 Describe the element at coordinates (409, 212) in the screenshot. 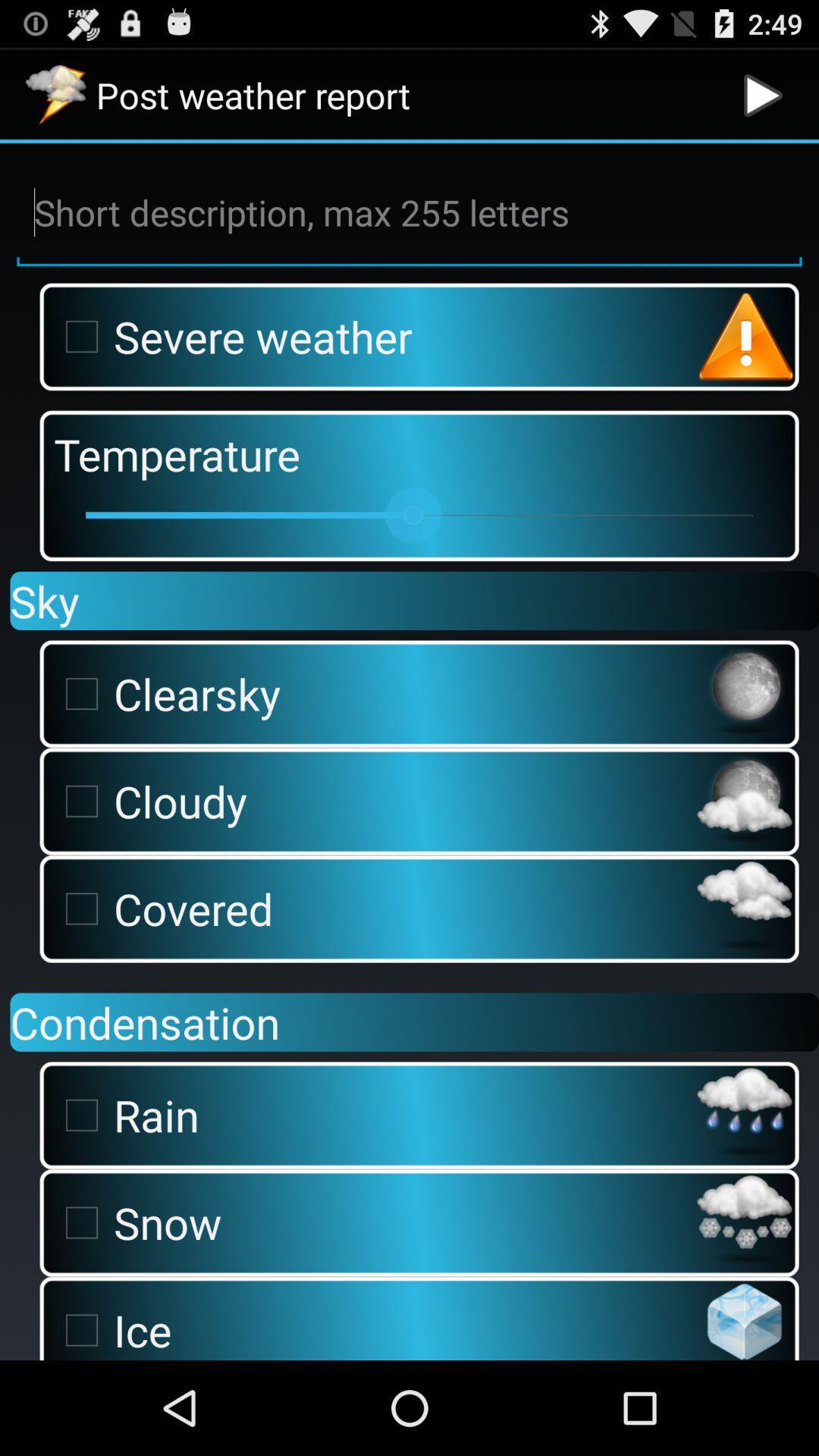

I see `write a description` at that location.